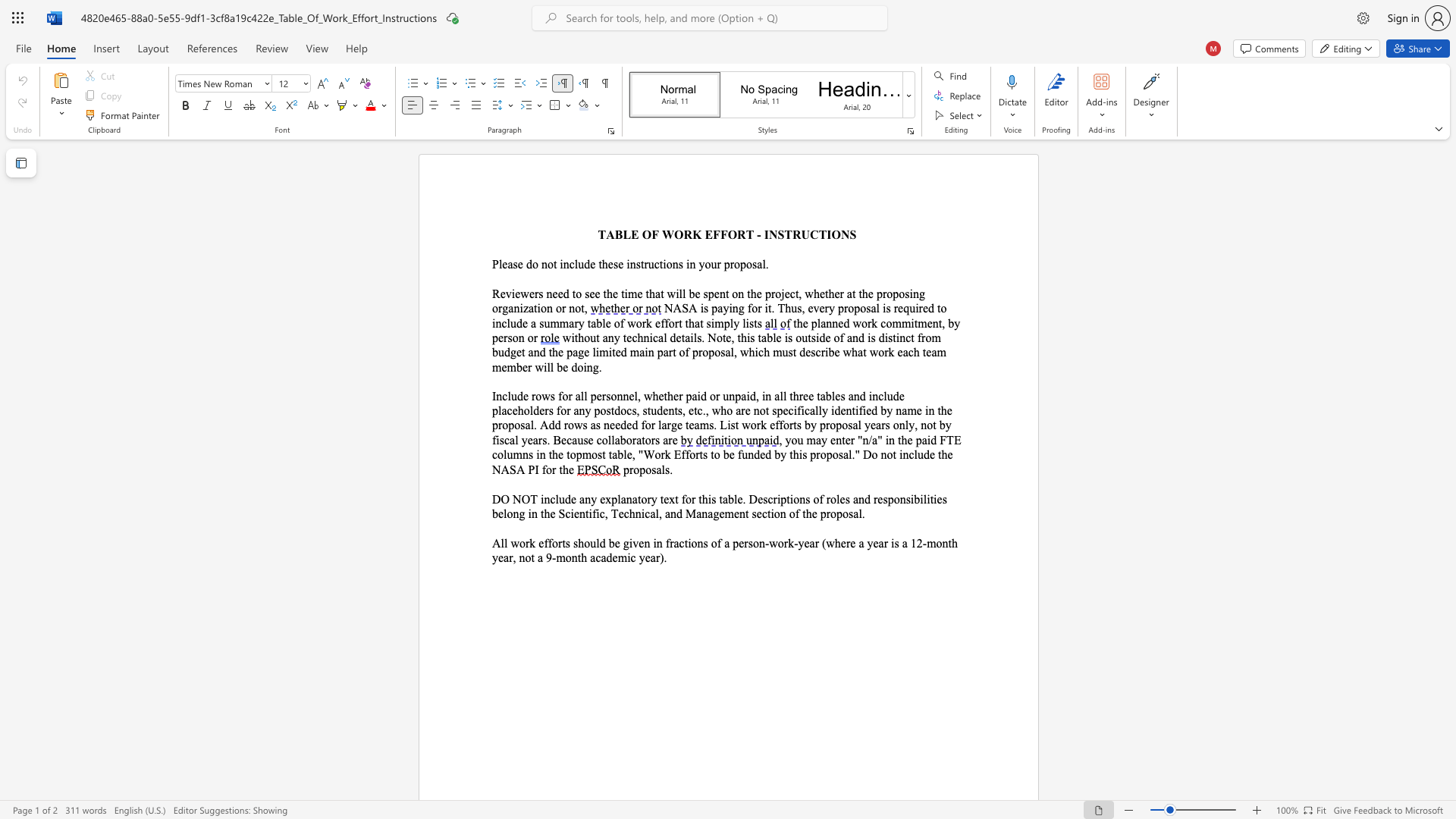 The width and height of the screenshot is (1456, 819). What do you see at coordinates (790, 307) in the screenshot?
I see `the space between the continuous character "h" and "u" in the text` at bounding box center [790, 307].